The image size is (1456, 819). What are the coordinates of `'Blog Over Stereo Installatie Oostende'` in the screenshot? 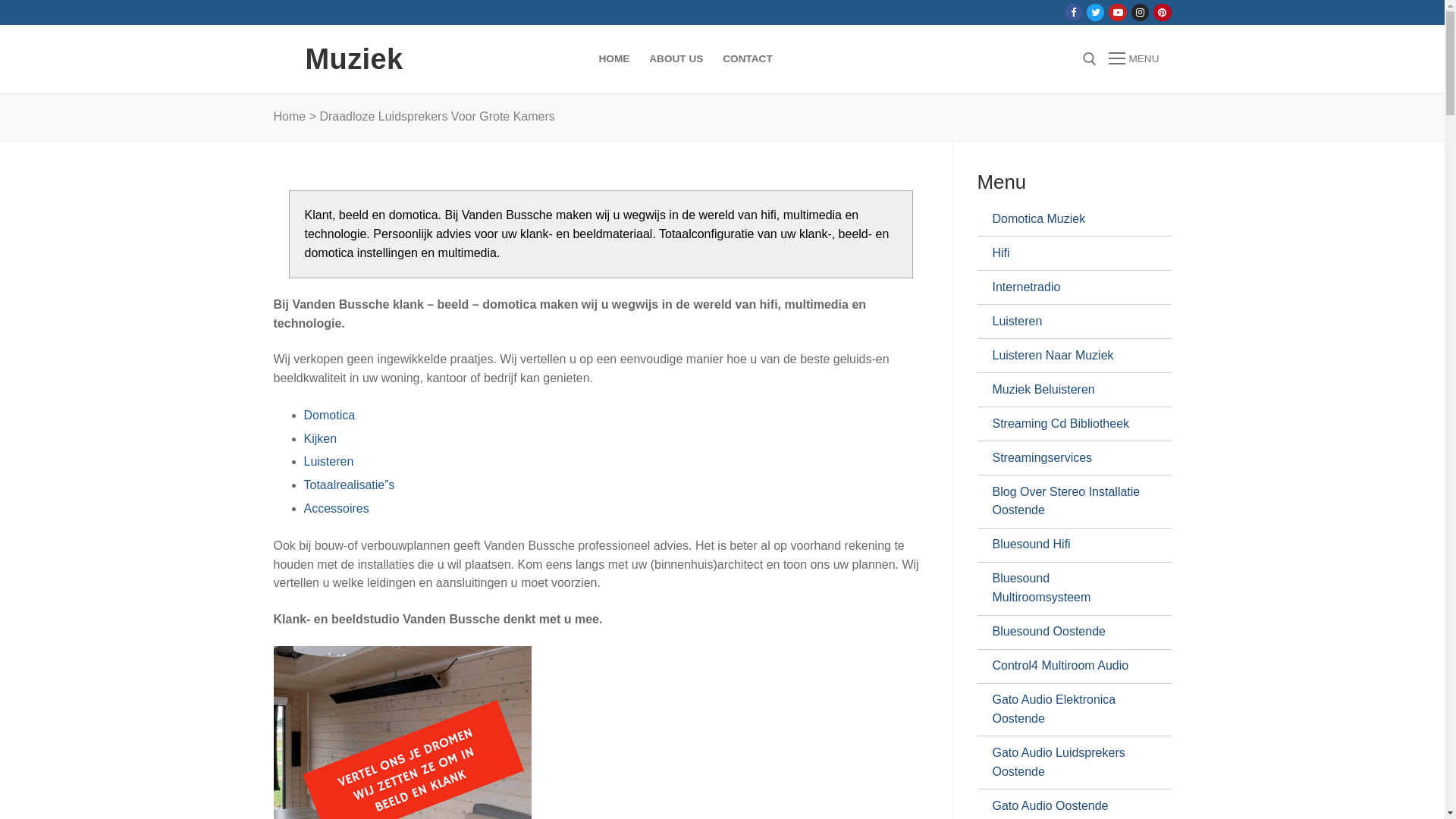 It's located at (1066, 501).